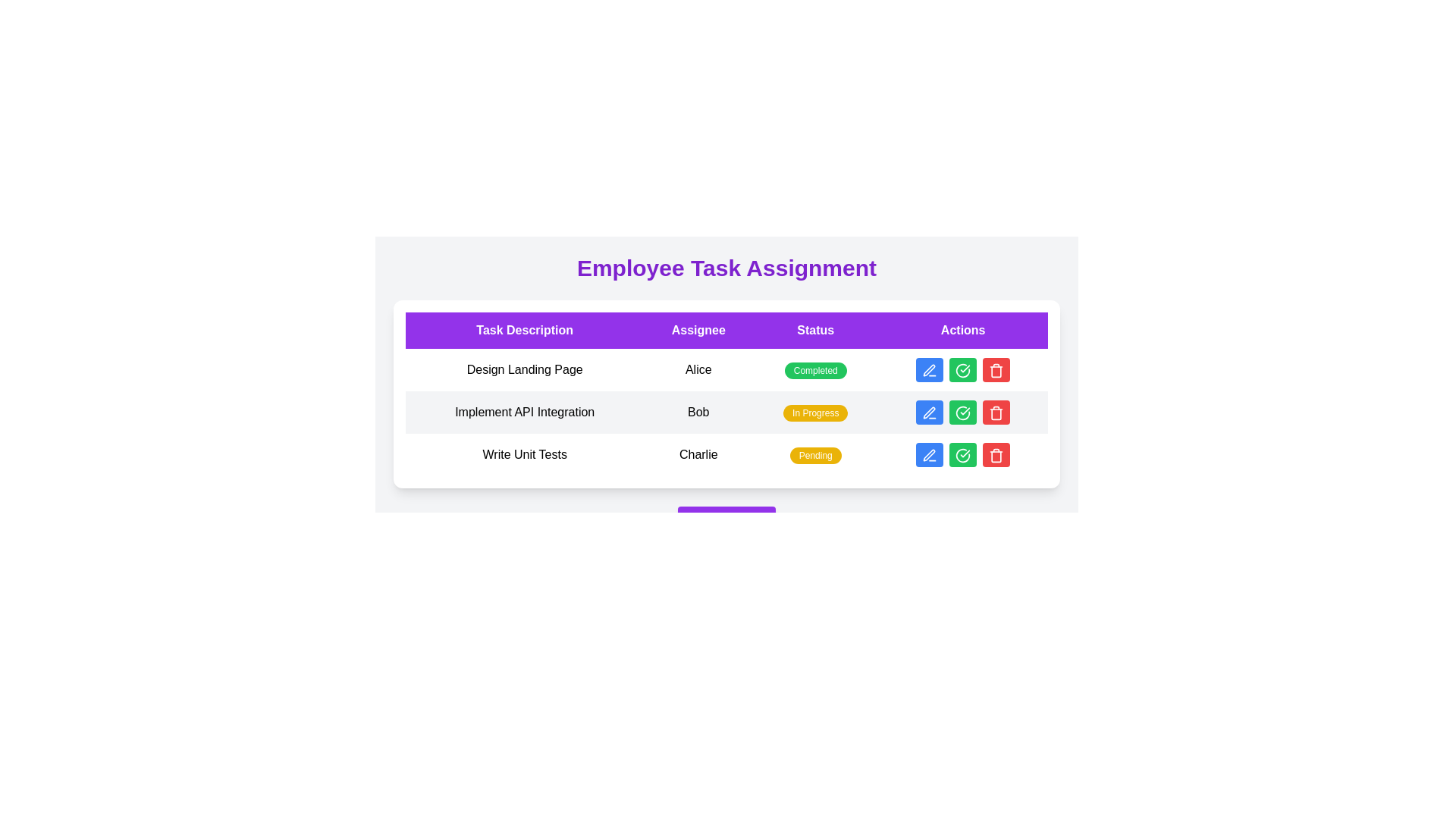  Describe the element at coordinates (698, 370) in the screenshot. I see `text from the 'Alice' text label located in the second column of the first row of the table under the 'Assignee' column in the 'Employee Task Assignment' interface` at that location.